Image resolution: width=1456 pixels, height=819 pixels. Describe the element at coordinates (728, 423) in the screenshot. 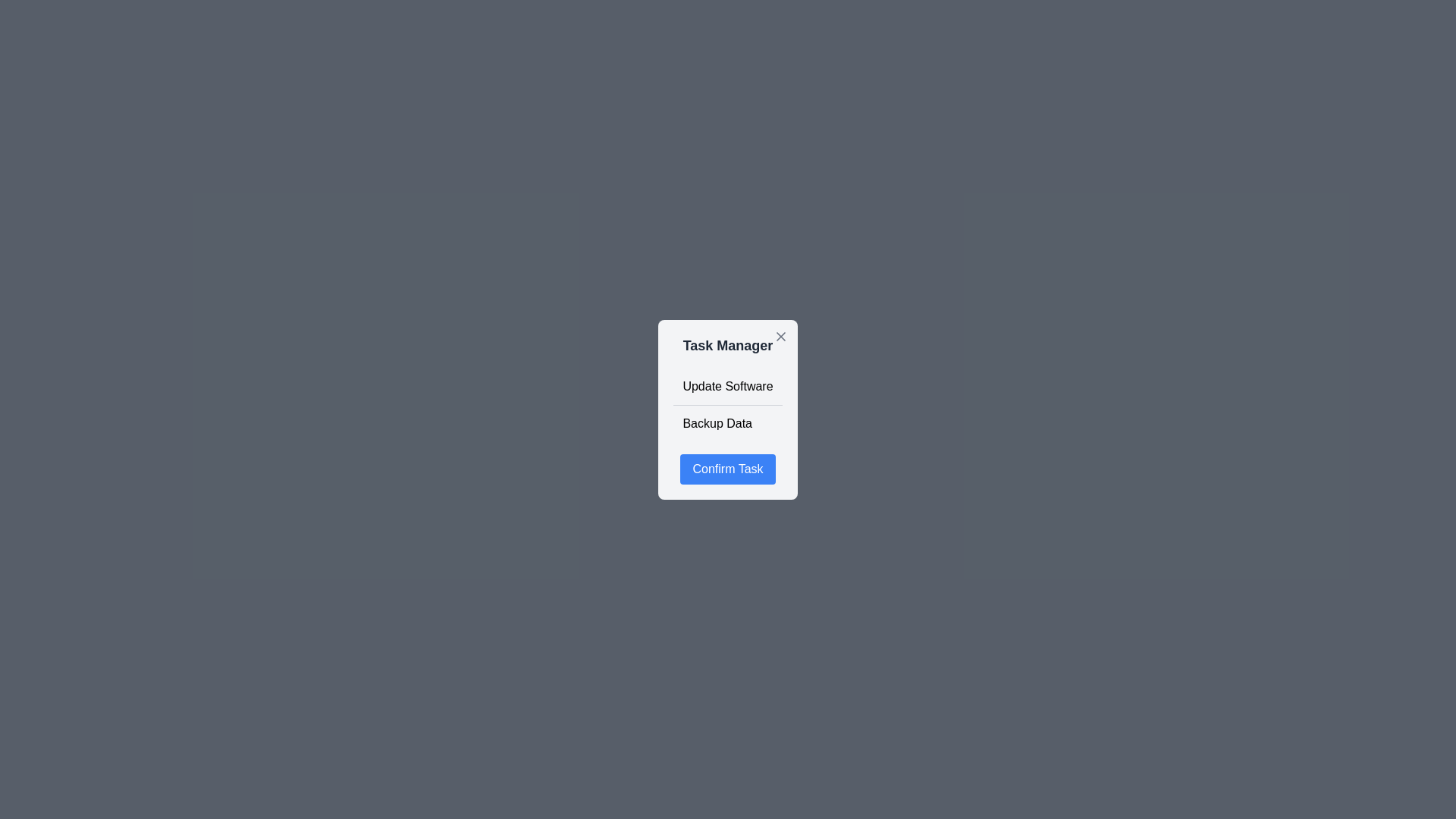

I see `the task Backup Data from the list` at that location.